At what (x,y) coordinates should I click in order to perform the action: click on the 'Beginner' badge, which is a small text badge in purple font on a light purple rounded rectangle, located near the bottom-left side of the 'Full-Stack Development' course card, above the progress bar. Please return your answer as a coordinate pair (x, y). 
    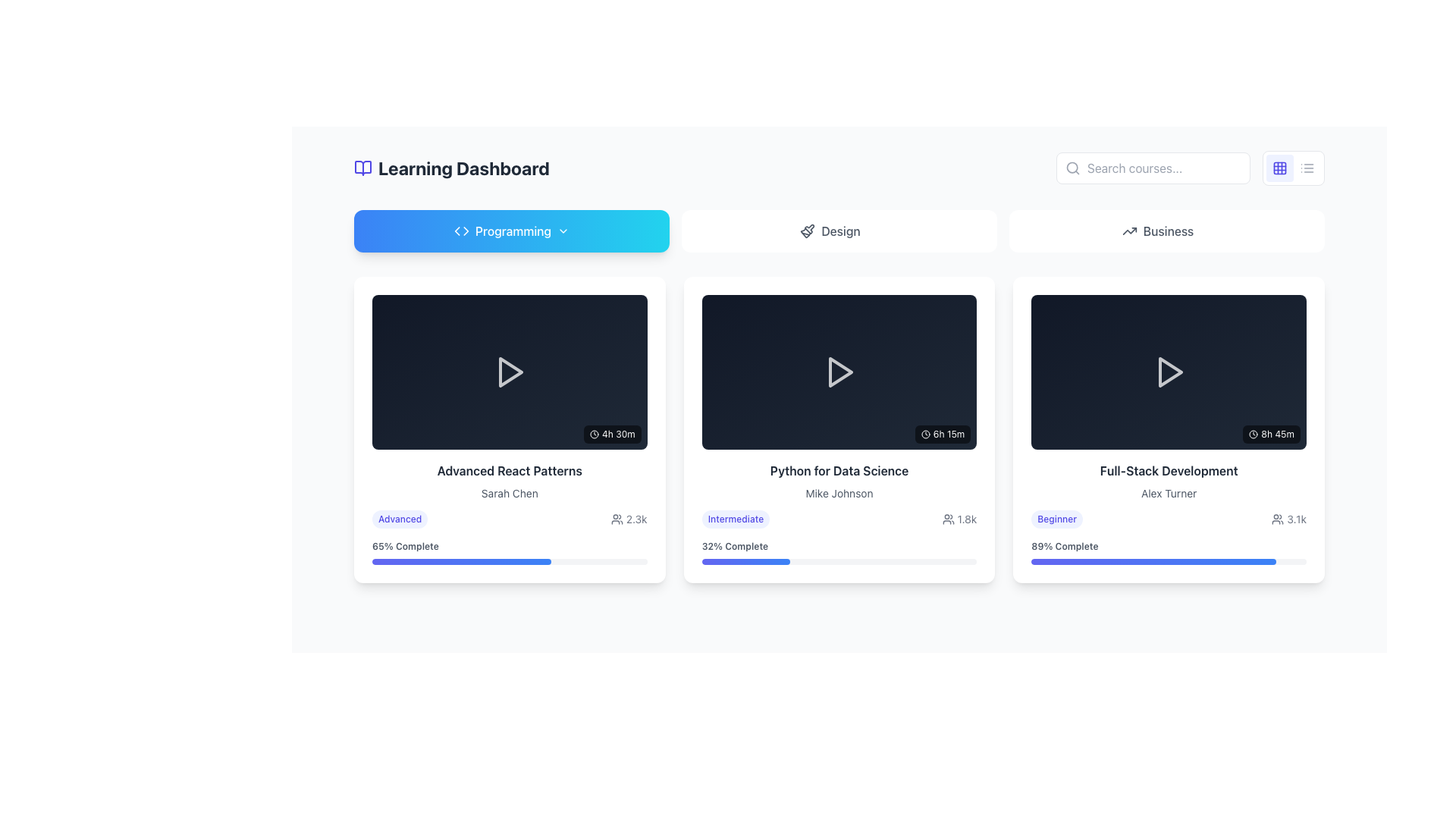
    Looking at the image, I should click on (1056, 518).